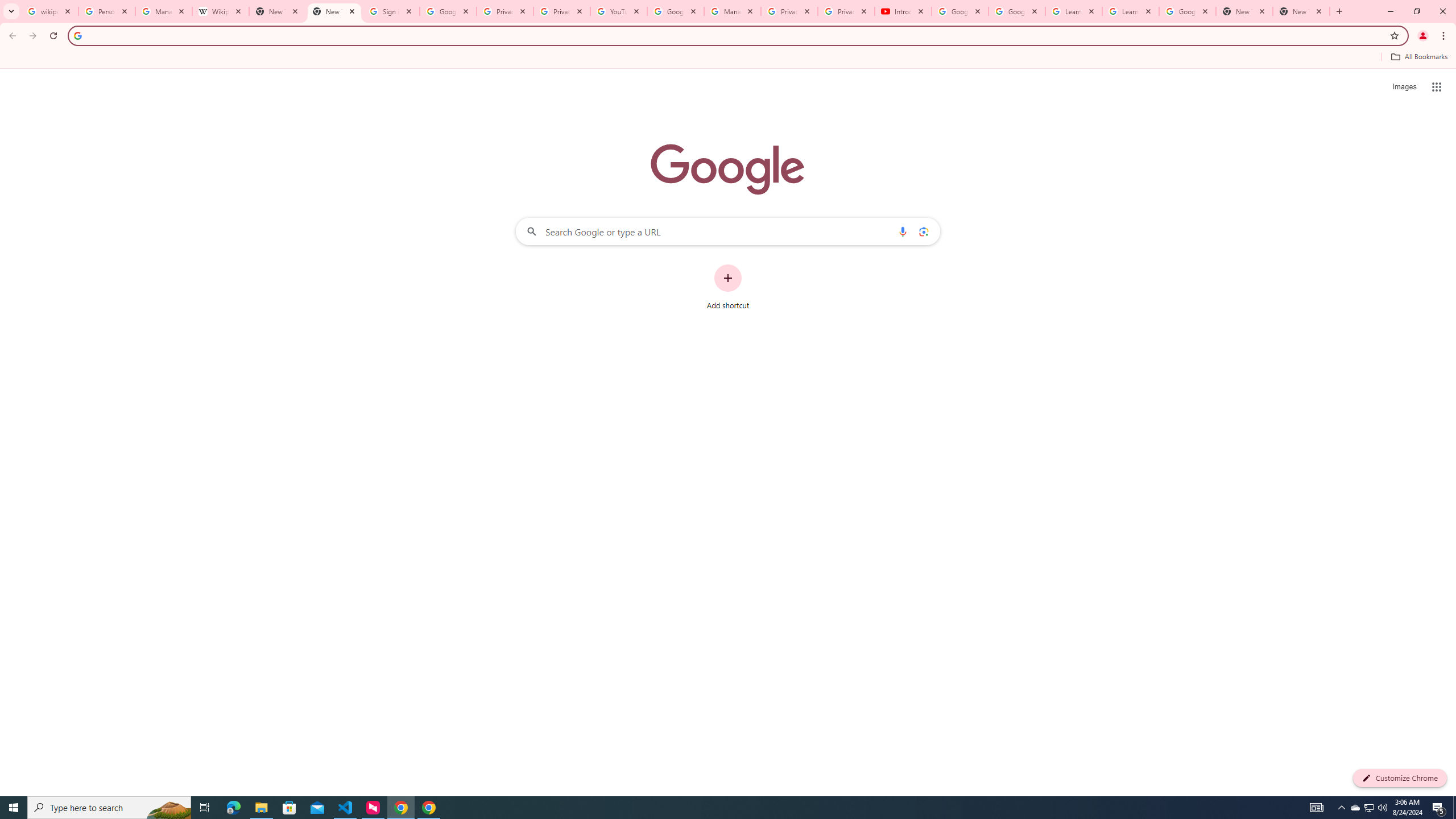 This screenshot has height=819, width=1456. What do you see at coordinates (959, 11) in the screenshot?
I see `'Google Account Help'` at bounding box center [959, 11].